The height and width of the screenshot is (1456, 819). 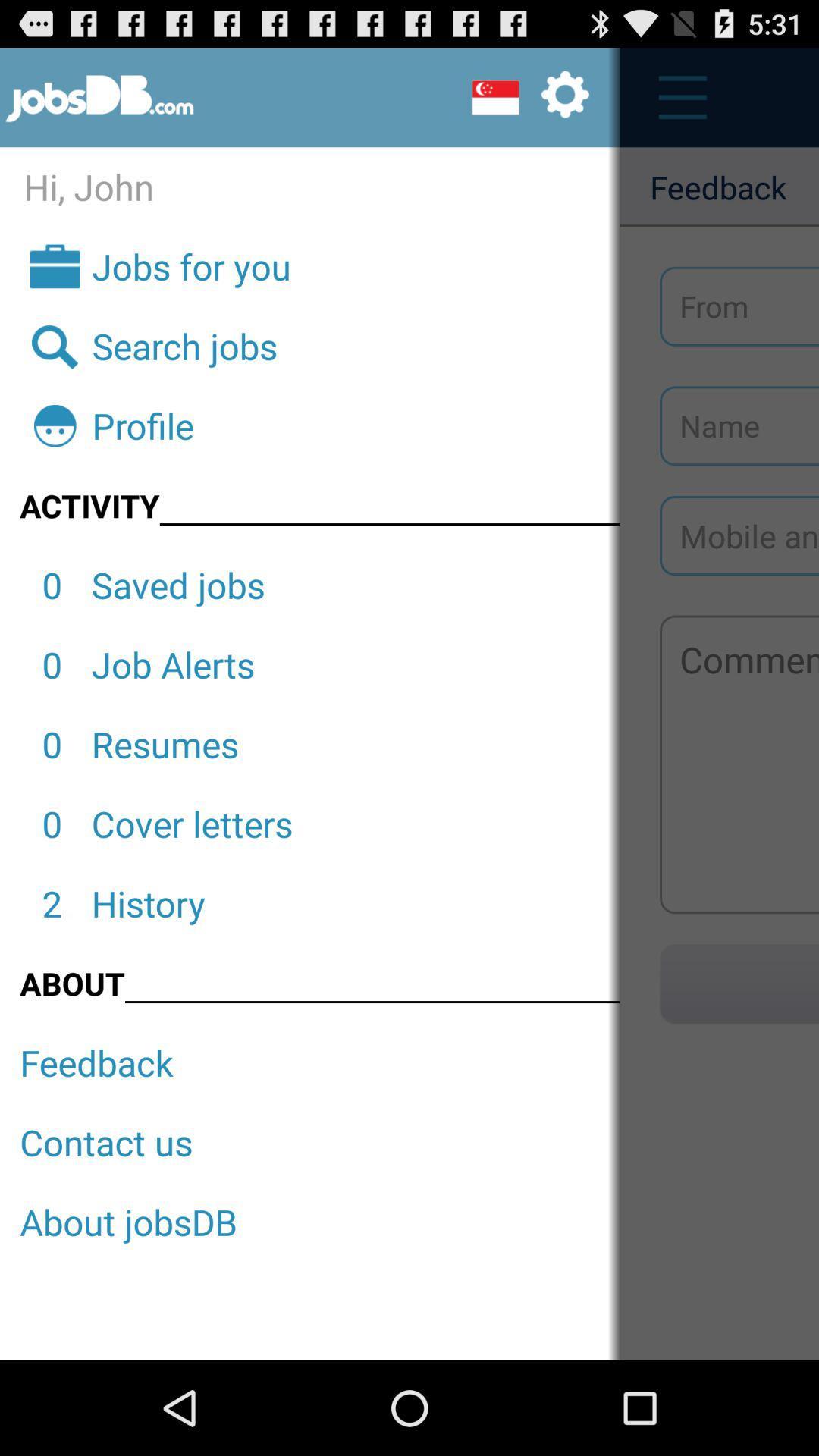 What do you see at coordinates (739, 764) in the screenshot?
I see `touch to enter comment` at bounding box center [739, 764].